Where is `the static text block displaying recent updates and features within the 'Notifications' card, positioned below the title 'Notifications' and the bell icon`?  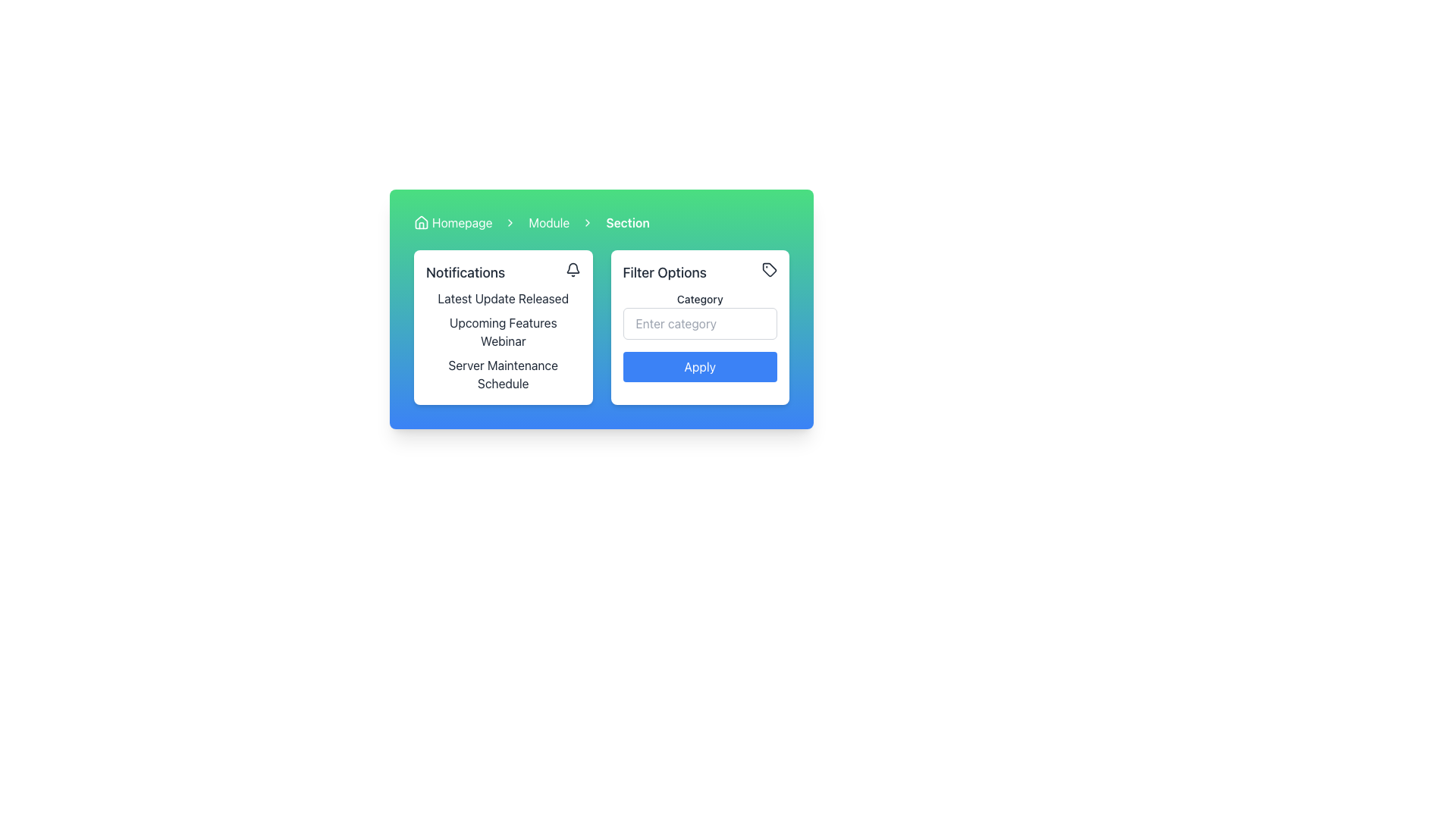
the static text block displaying recent updates and features within the 'Notifications' card, positioned below the title 'Notifications' and the bell icon is located at coordinates (503, 341).